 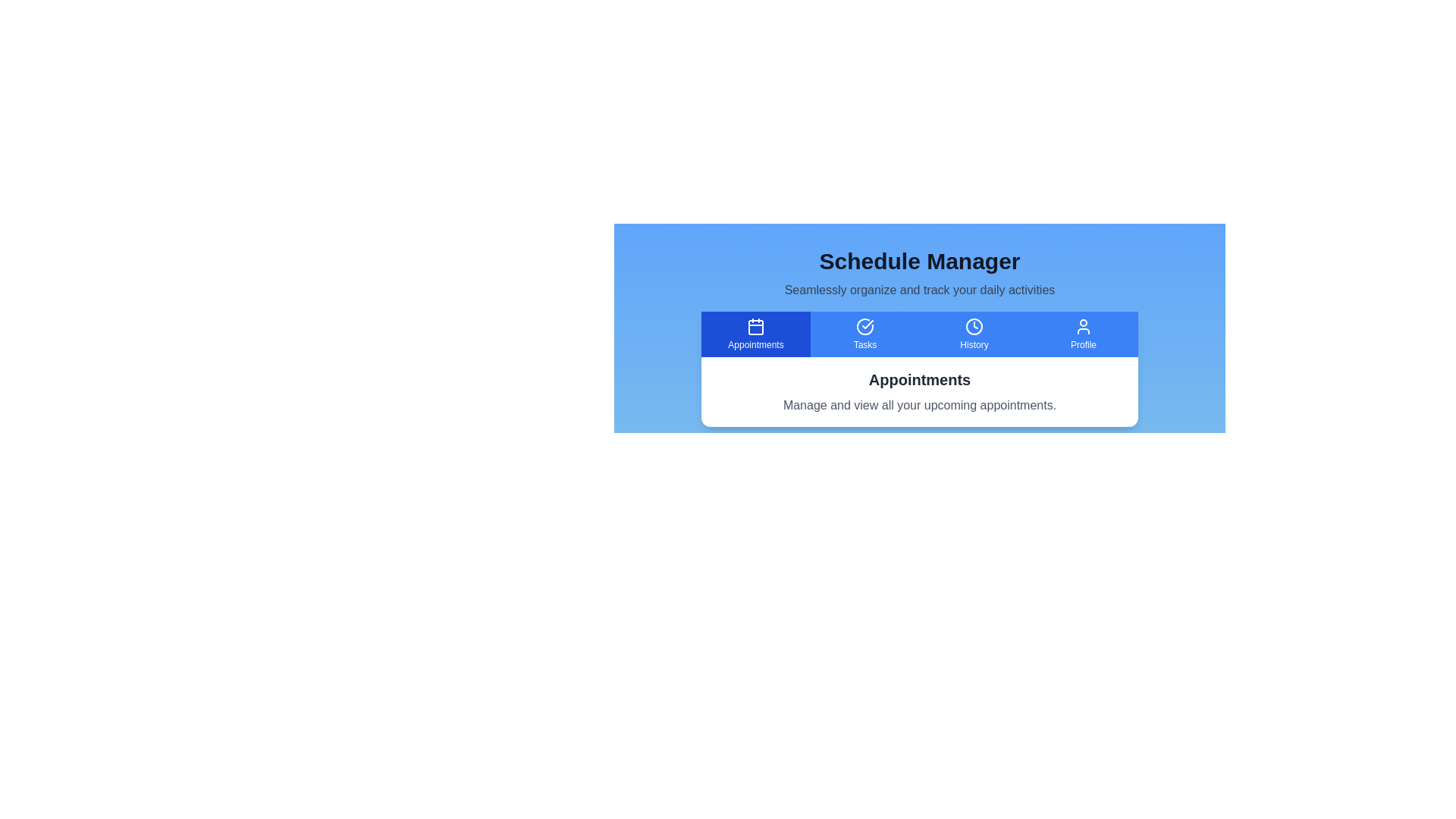 I want to click on the Text content block that displays 'Appointments' and its description 'Manage and view all your upcoming appointments.', so click(x=919, y=369).